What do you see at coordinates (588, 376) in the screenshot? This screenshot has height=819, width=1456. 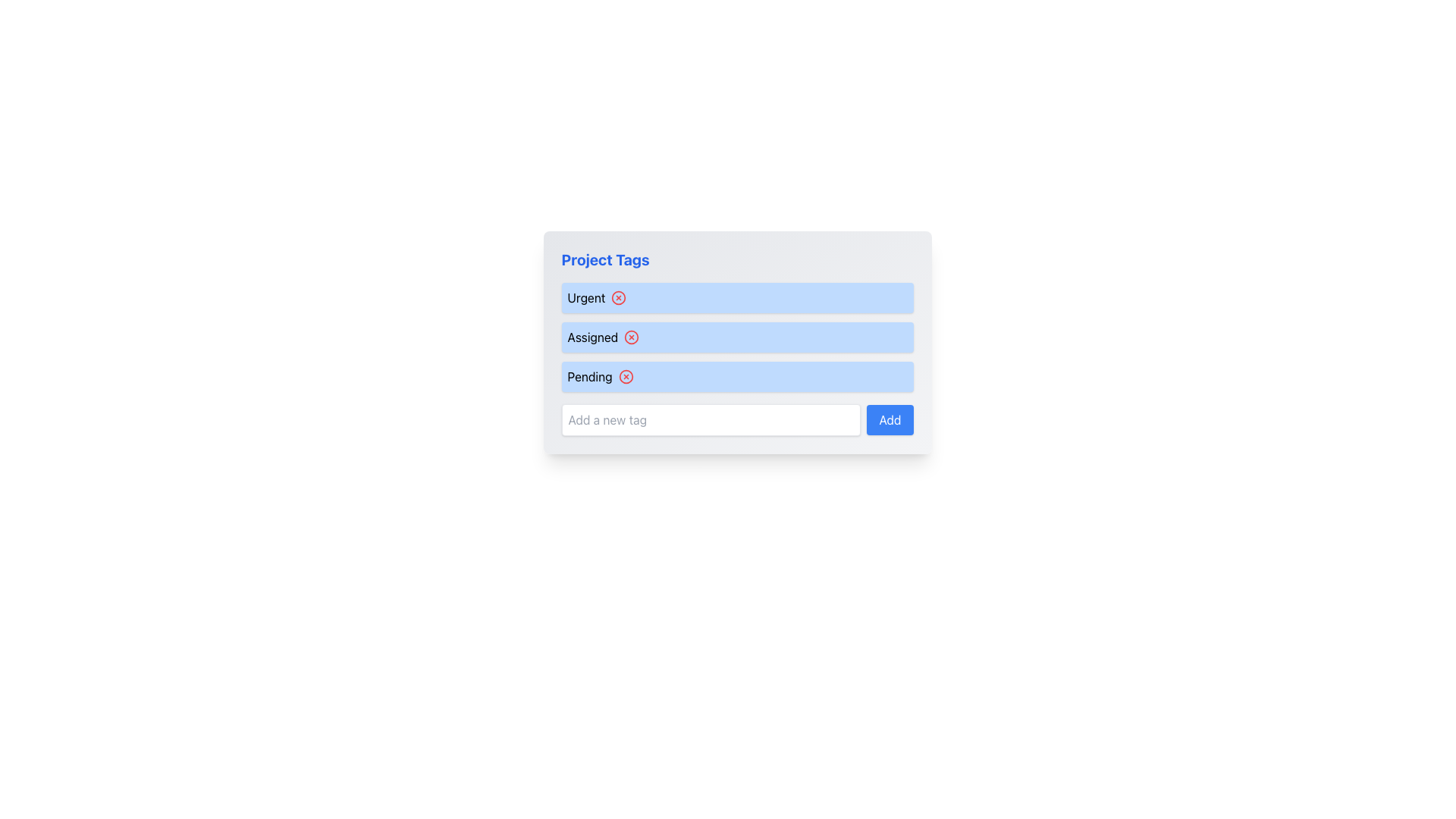 I see `the text label that reads 'Pending', which is styled with a bold font and dark color, located within the 'Project Tags' section as the third tag in a vertical list` at bounding box center [588, 376].